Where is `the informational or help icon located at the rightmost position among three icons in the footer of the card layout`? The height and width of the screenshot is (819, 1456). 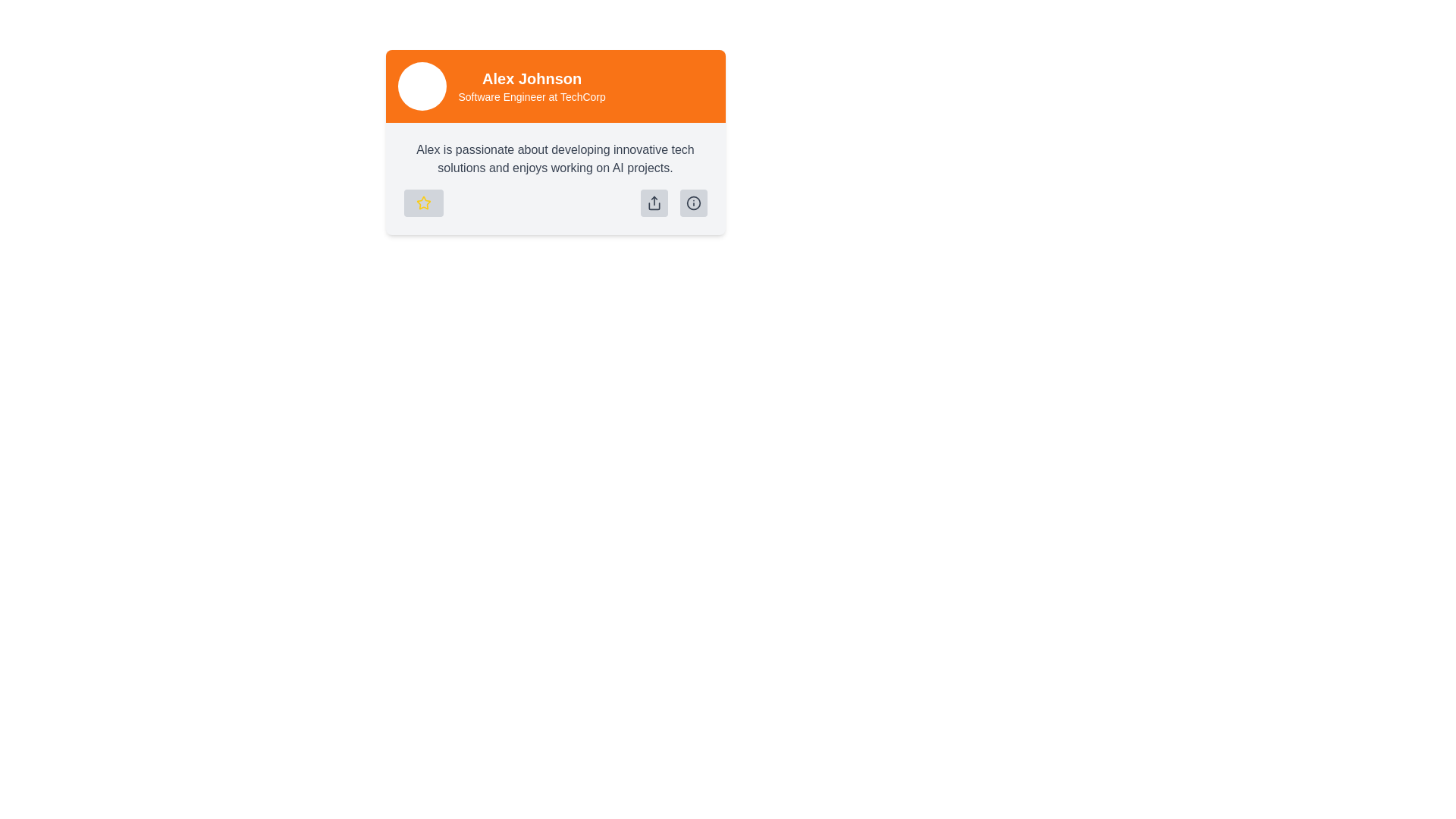 the informational or help icon located at the rightmost position among three icons in the footer of the card layout is located at coordinates (692, 202).